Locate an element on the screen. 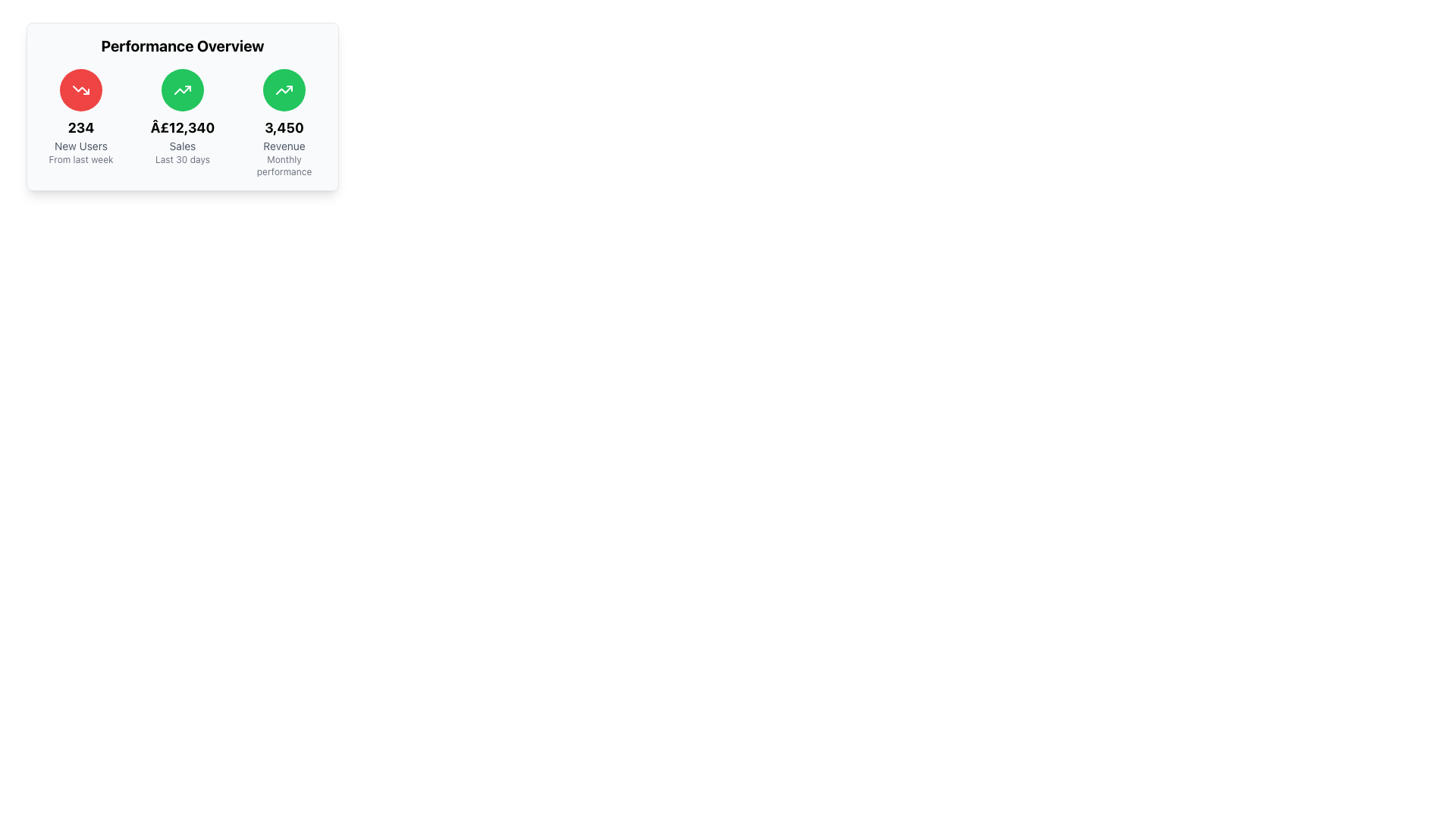 The height and width of the screenshot is (819, 1456). the upward trending vector graphic in the 'Performance Overview' section that represents 'Sales Last 30 days' is located at coordinates (284, 90).